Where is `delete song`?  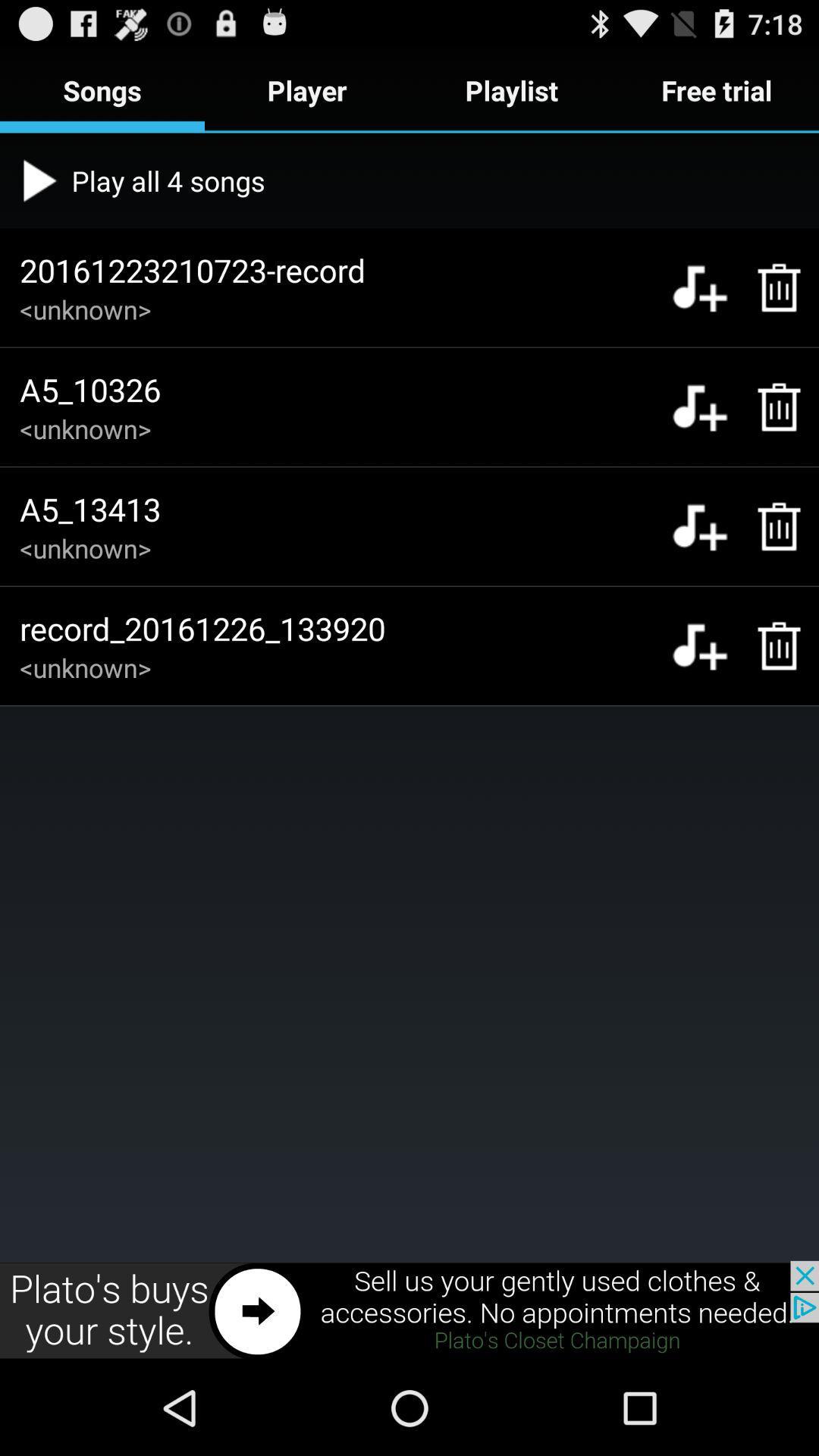 delete song is located at coordinates (771, 287).